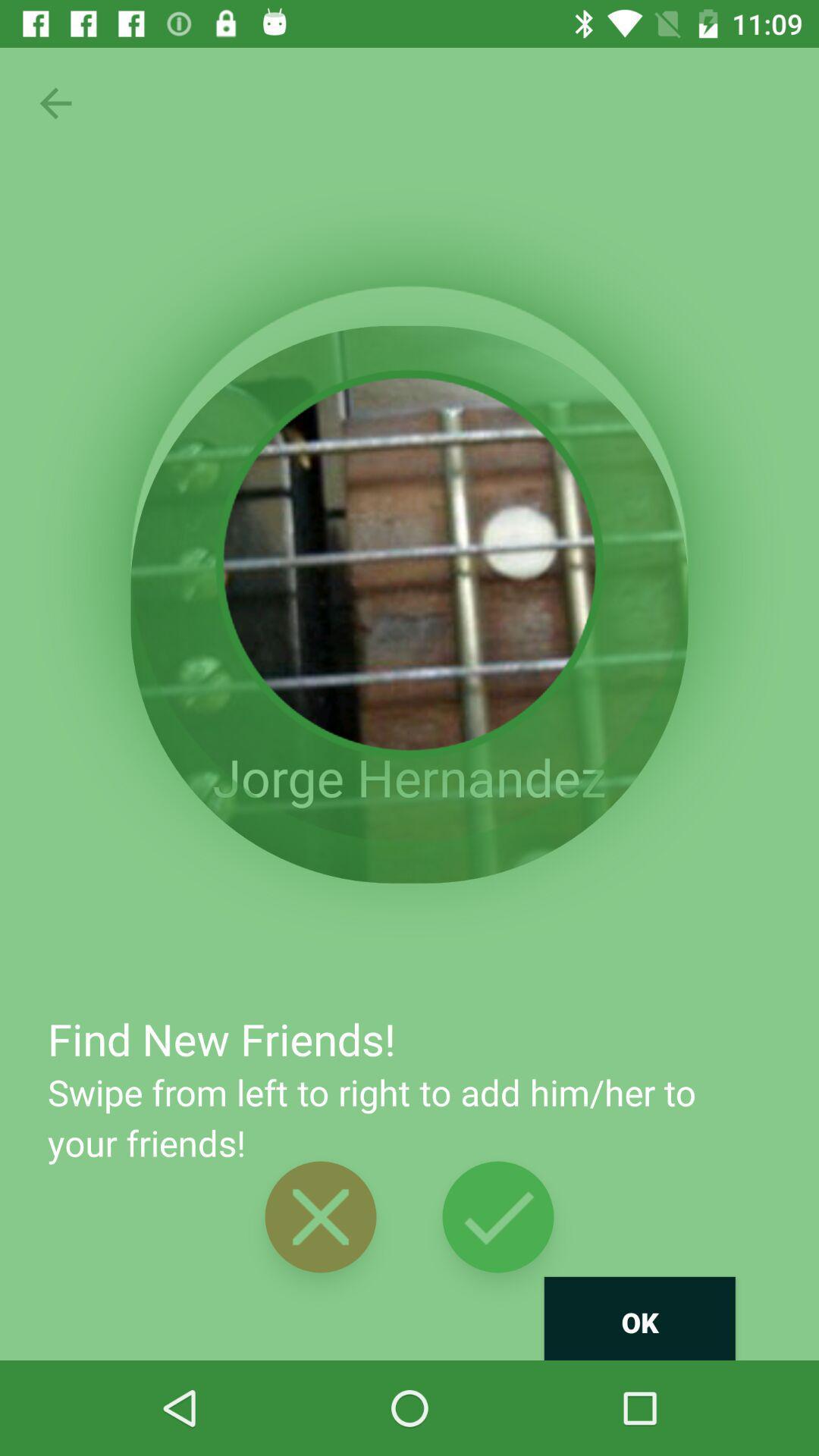 The image size is (819, 1456). What do you see at coordinates (409, 604) in the screenshot?
I see `the image above find new friends` at bounding box center [409, 604].